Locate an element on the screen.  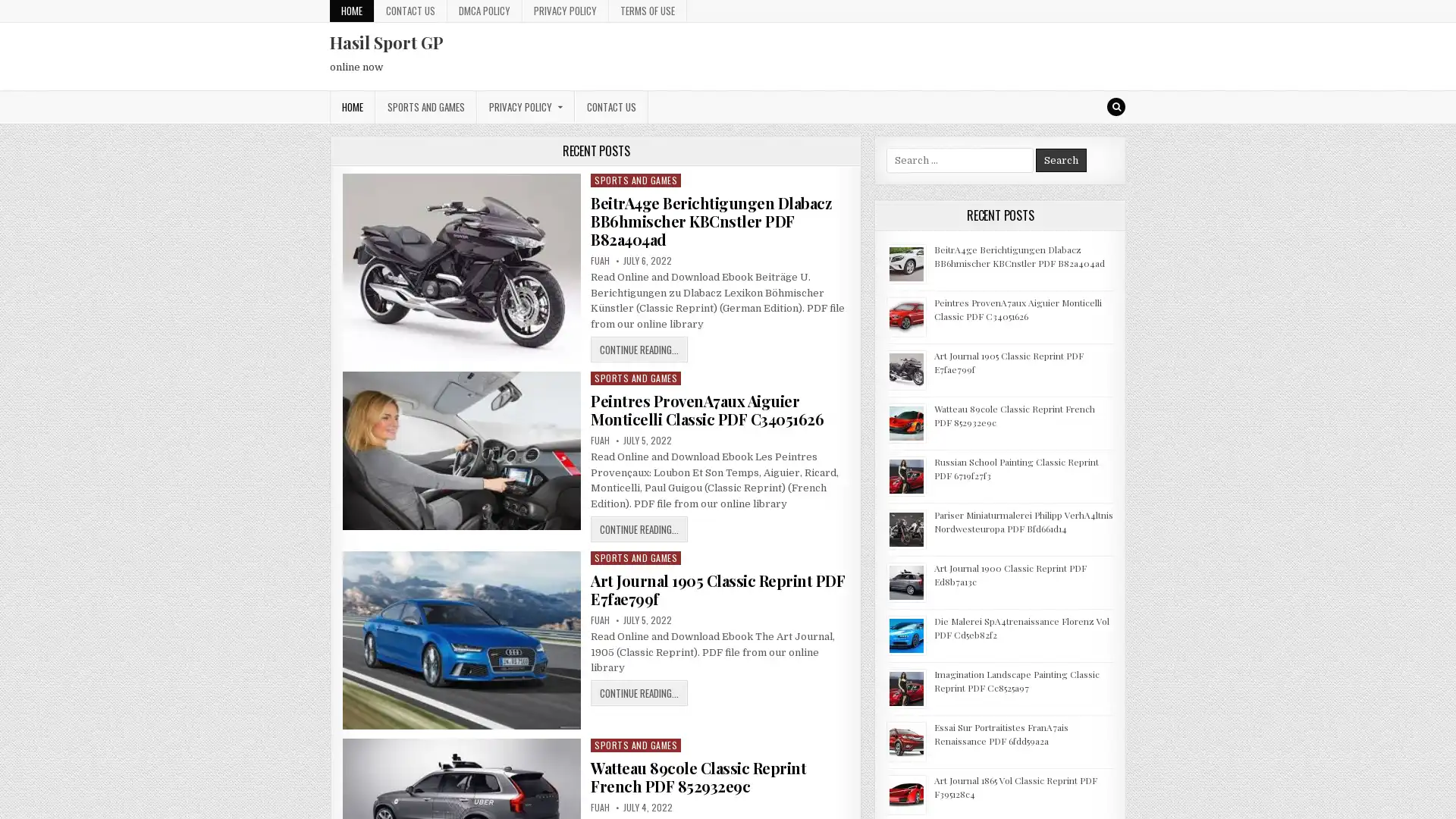
Search is located at coordinates (1060, 160).